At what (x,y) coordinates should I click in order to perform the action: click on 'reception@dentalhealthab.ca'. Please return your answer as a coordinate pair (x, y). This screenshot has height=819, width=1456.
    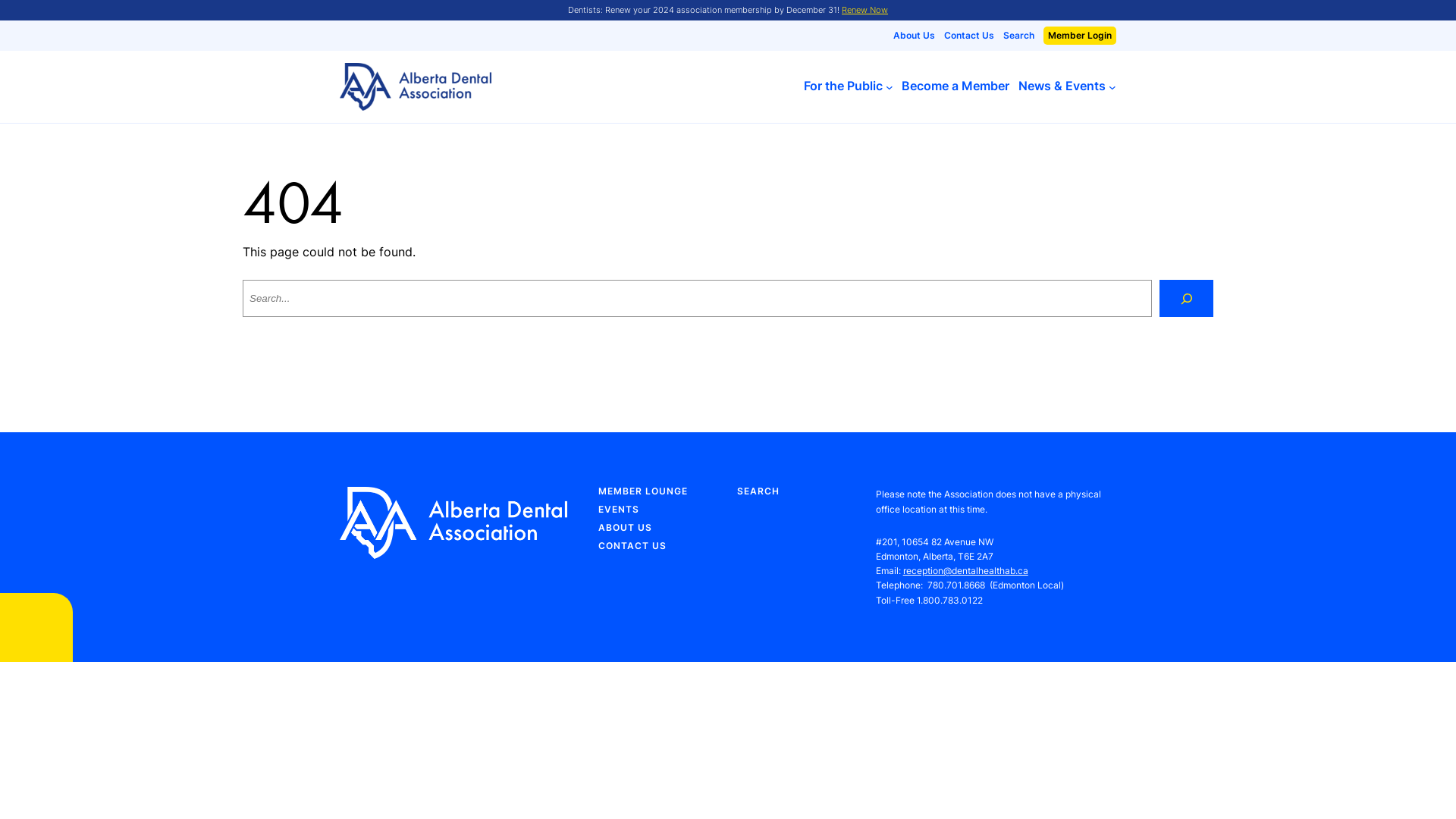
    Looking at the image, I should click on (965, 570).